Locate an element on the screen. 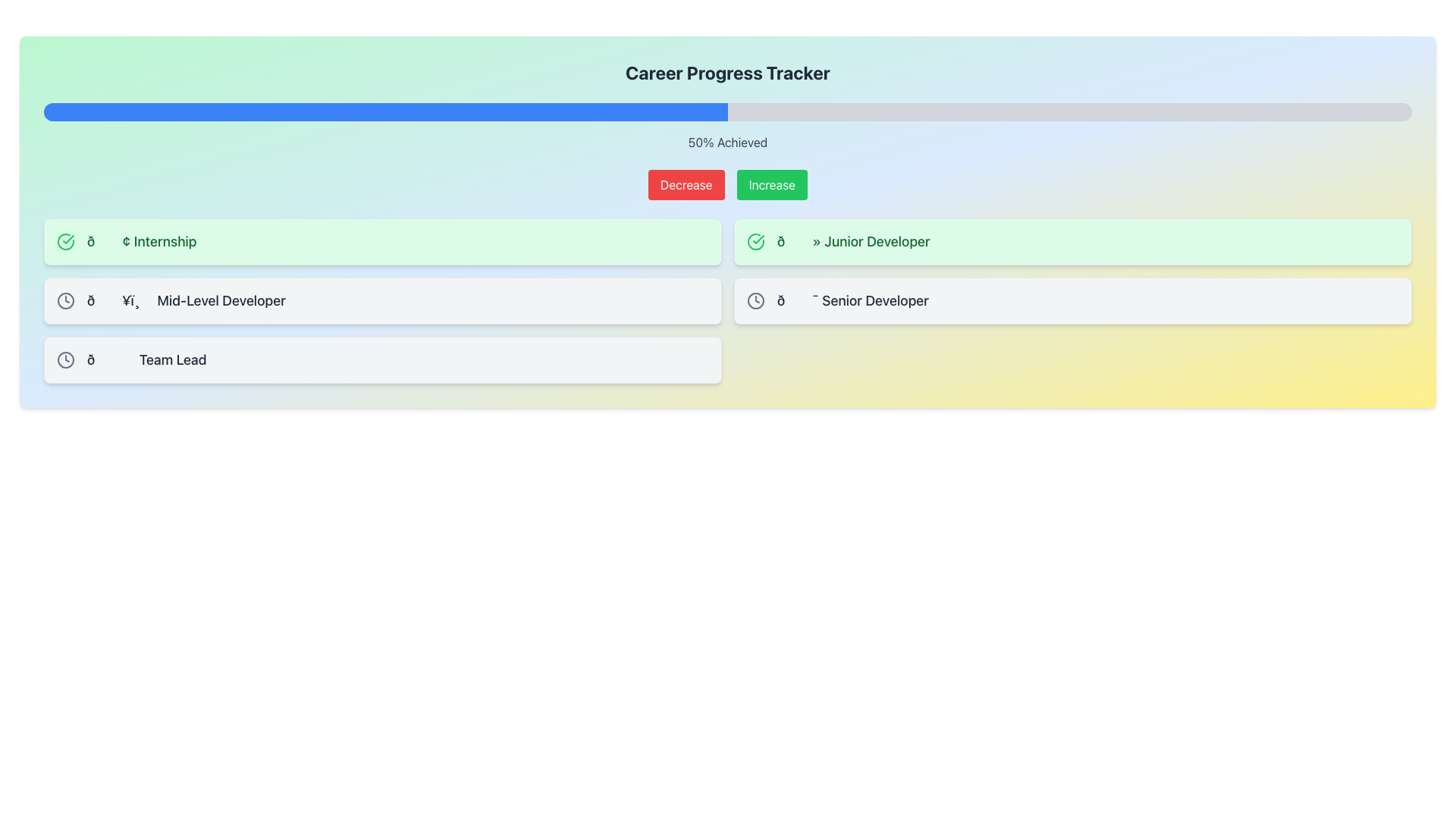  the circular gray clock icon that represents 'Mid-Level Developer', located next to the text in the middle row of the career progression stages is located at coordinates (64, 301).